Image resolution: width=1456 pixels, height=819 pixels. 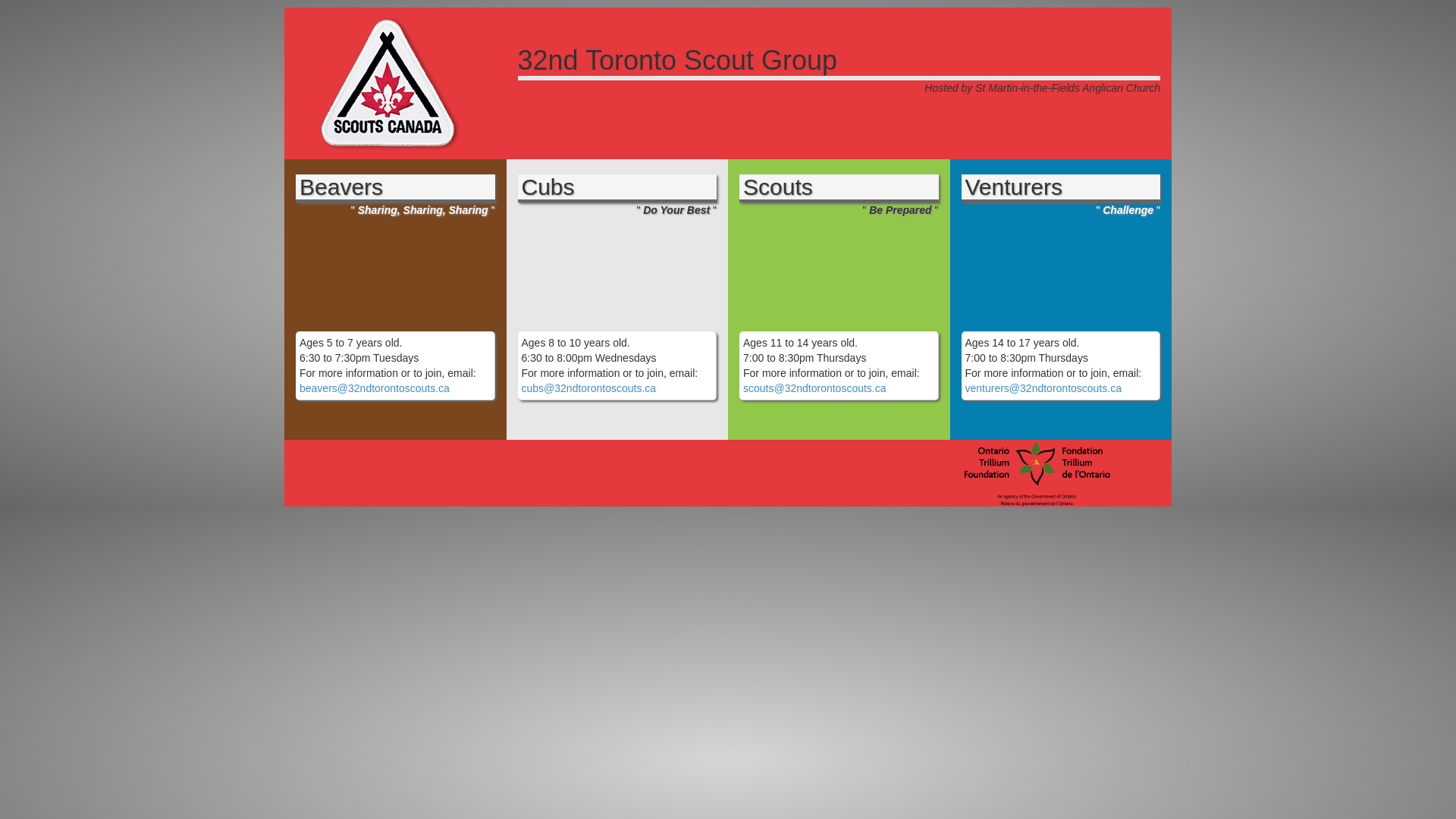 What do you see at coordinates (375, 388) in the screenshot?
I see `'beavers@32ndtorontoscouts.ca'` at bounding box center [375, 388].